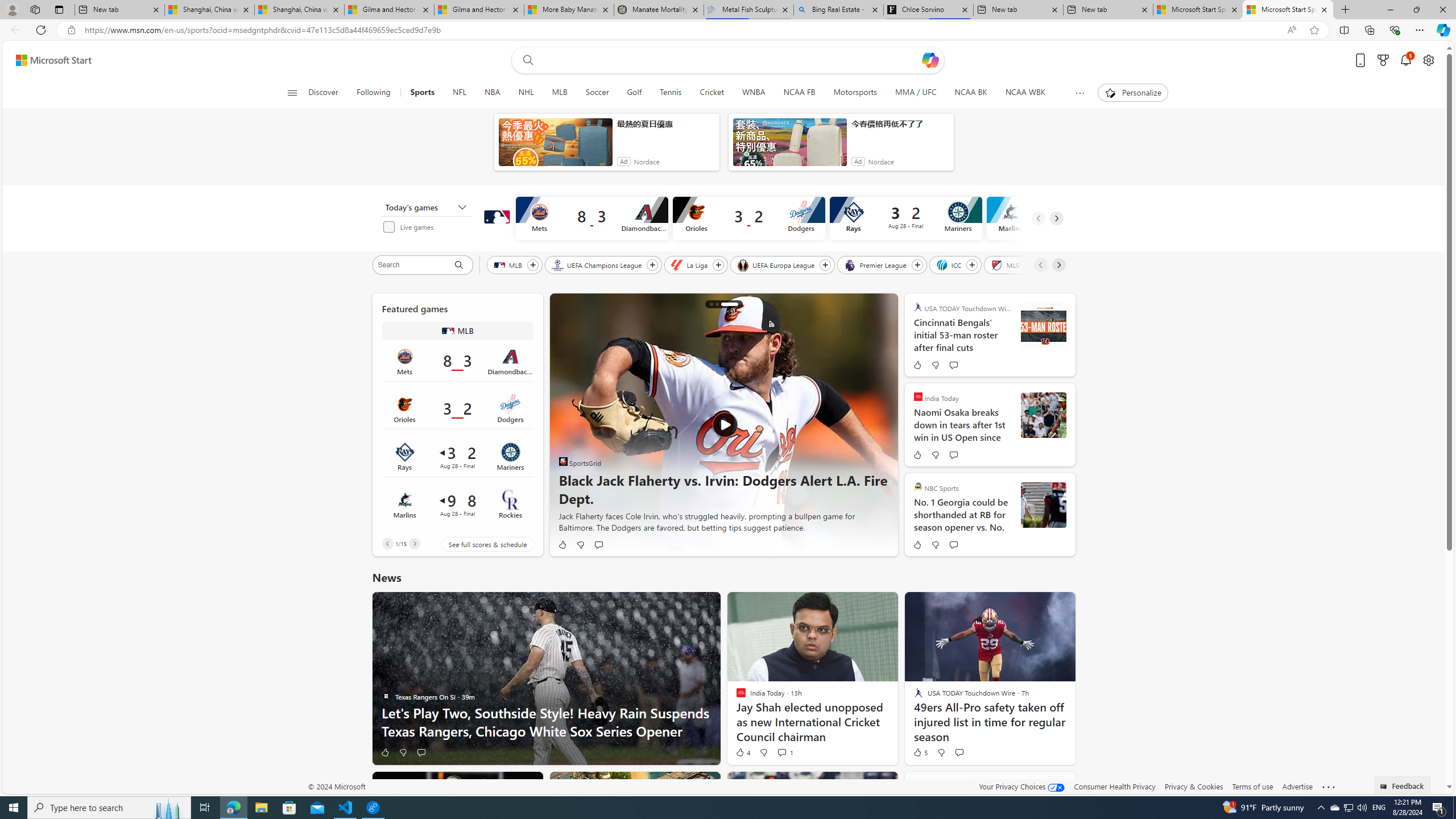 The image size is (1456, 819). Describe the element at coordinates (916, 265) in the screenshot. I see `'Follow Premier League'` at that location.